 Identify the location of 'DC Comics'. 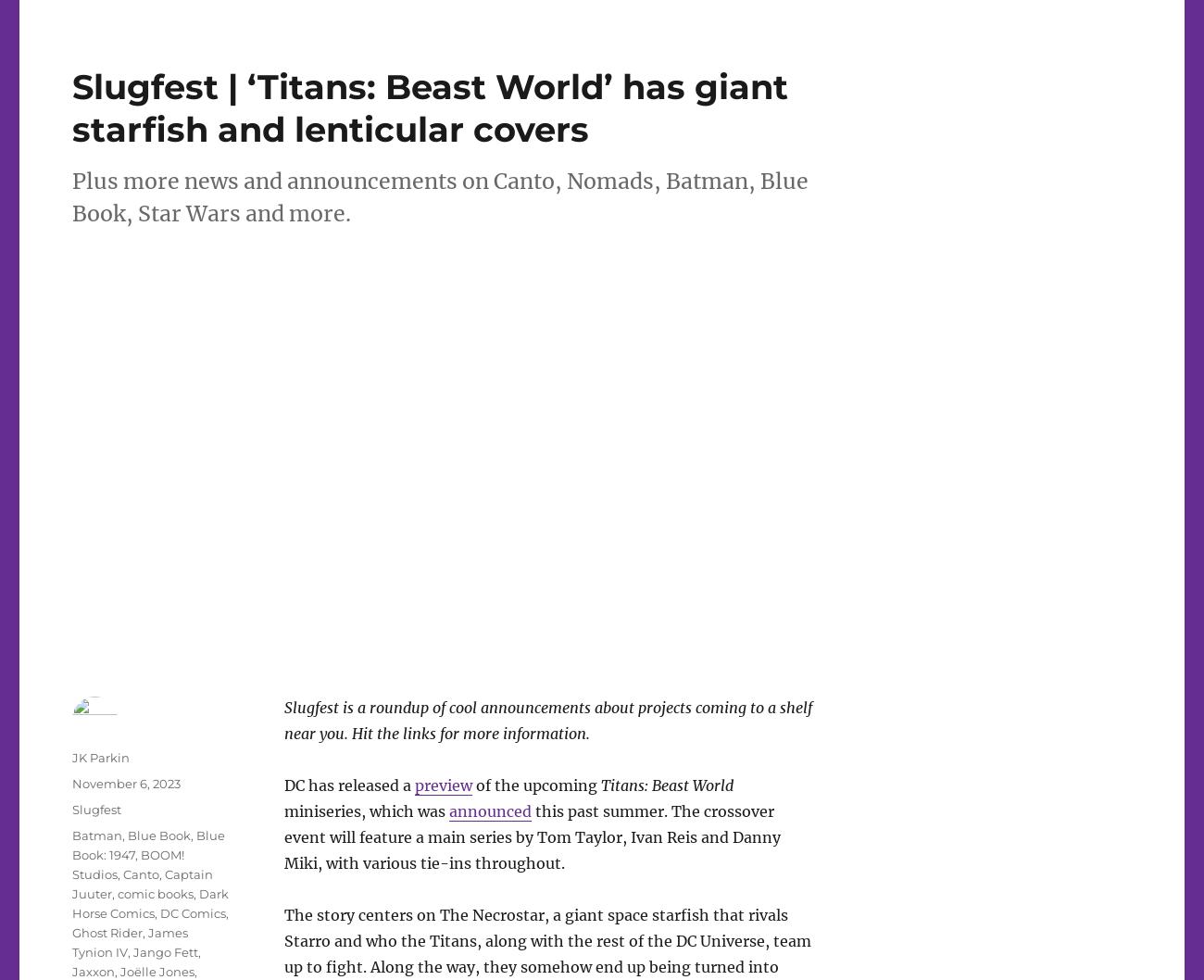
(160, 911).